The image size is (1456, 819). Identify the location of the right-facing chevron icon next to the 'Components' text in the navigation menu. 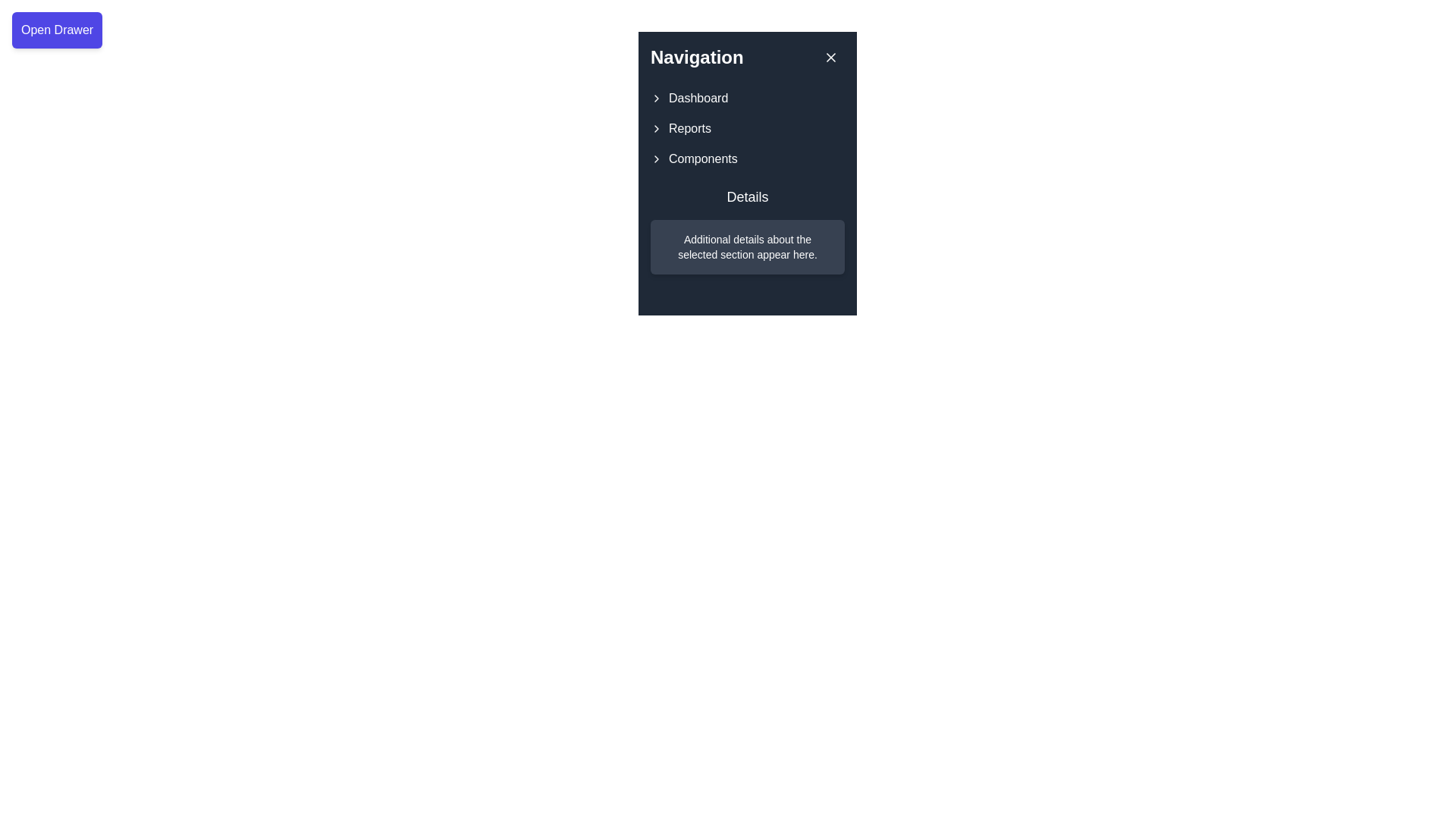
(656, 158).